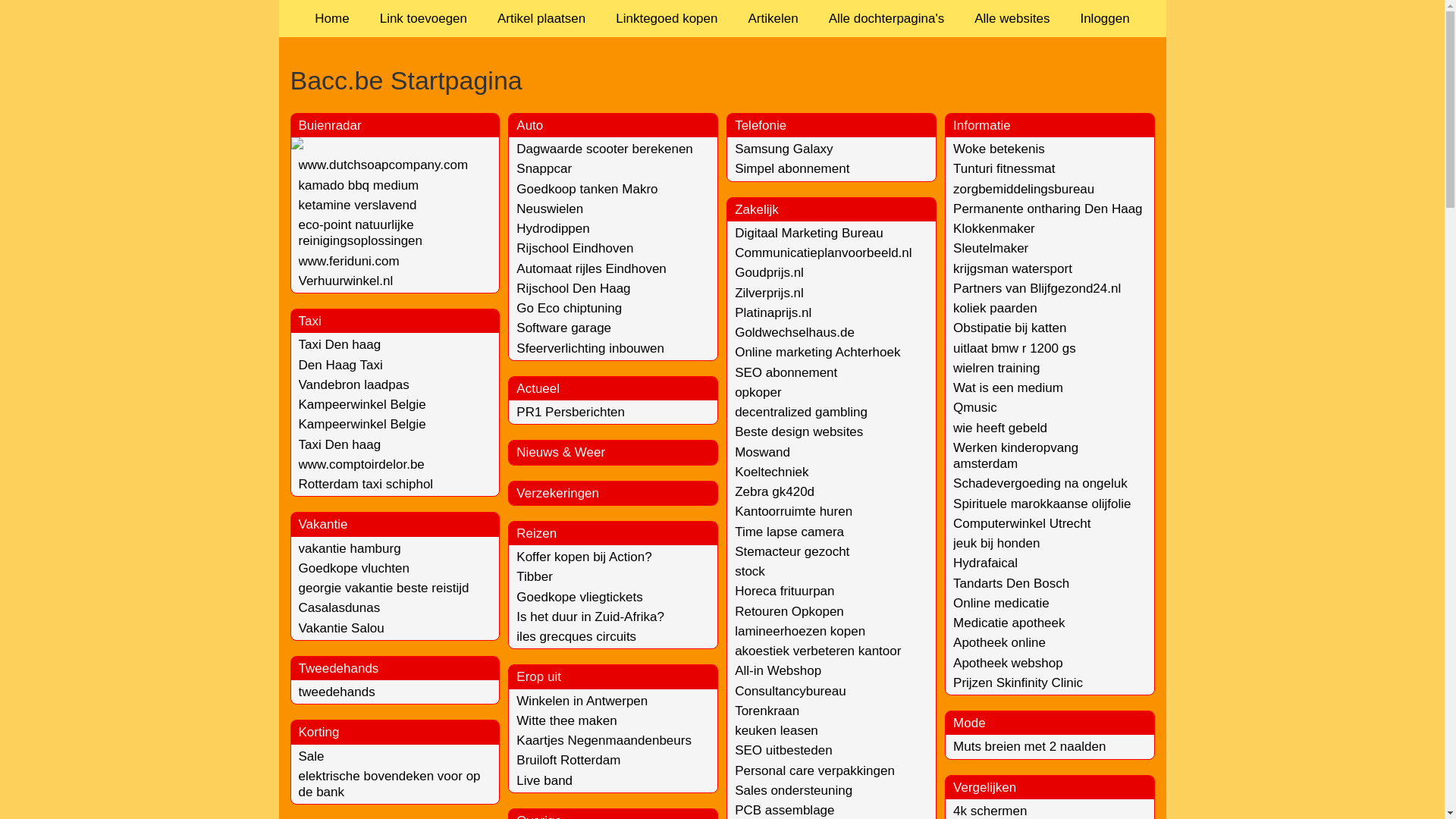 The width and height of the screenshot is (1456, 819). I want to click on 'Goldwechselhaus.de', so click(793, 331).